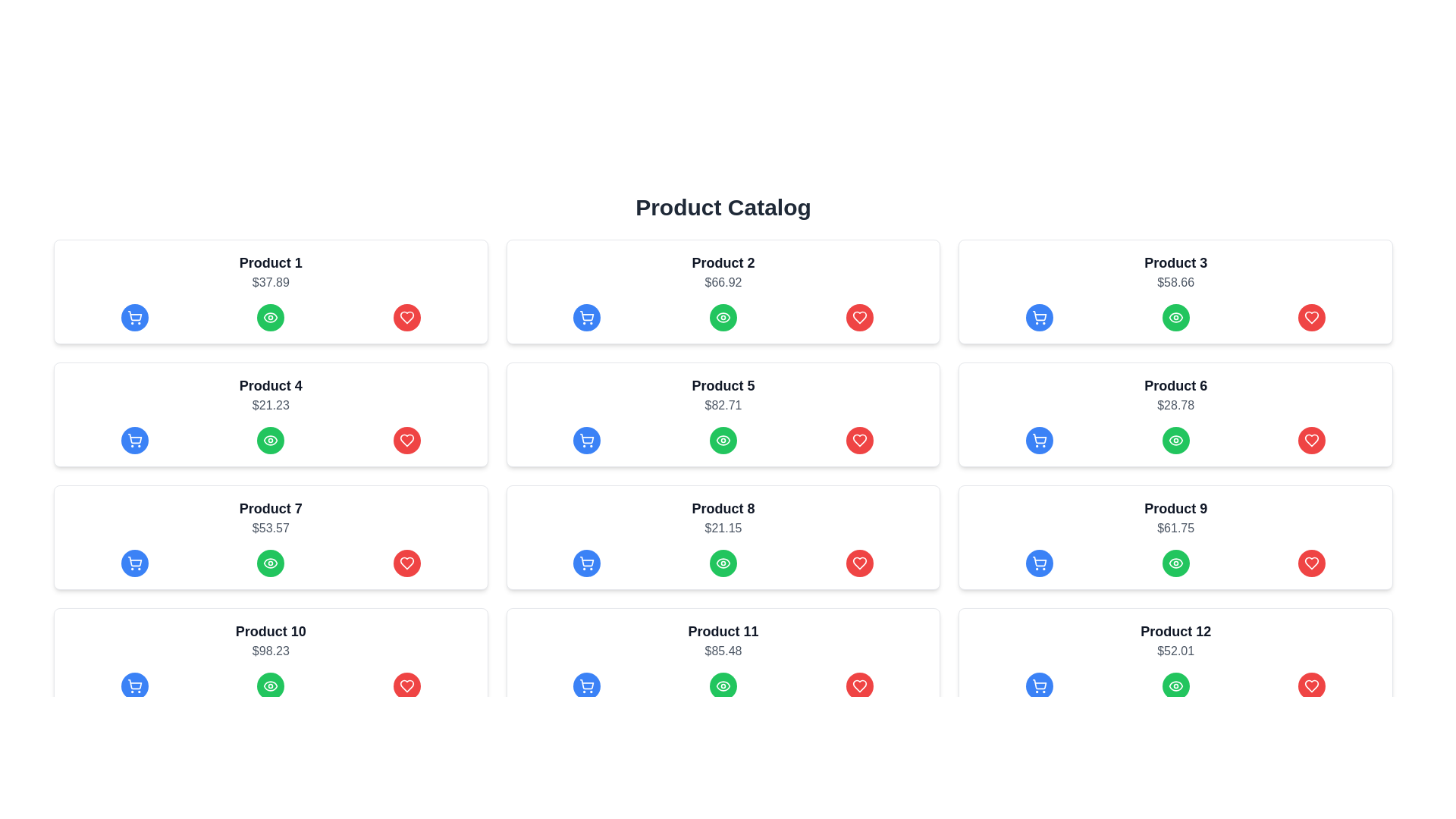 This screenshot has height=819, width=1456. I want to click on the text displaying the monetary value '$58.66' located in the 'Product 3' card, so click(1175, 283).